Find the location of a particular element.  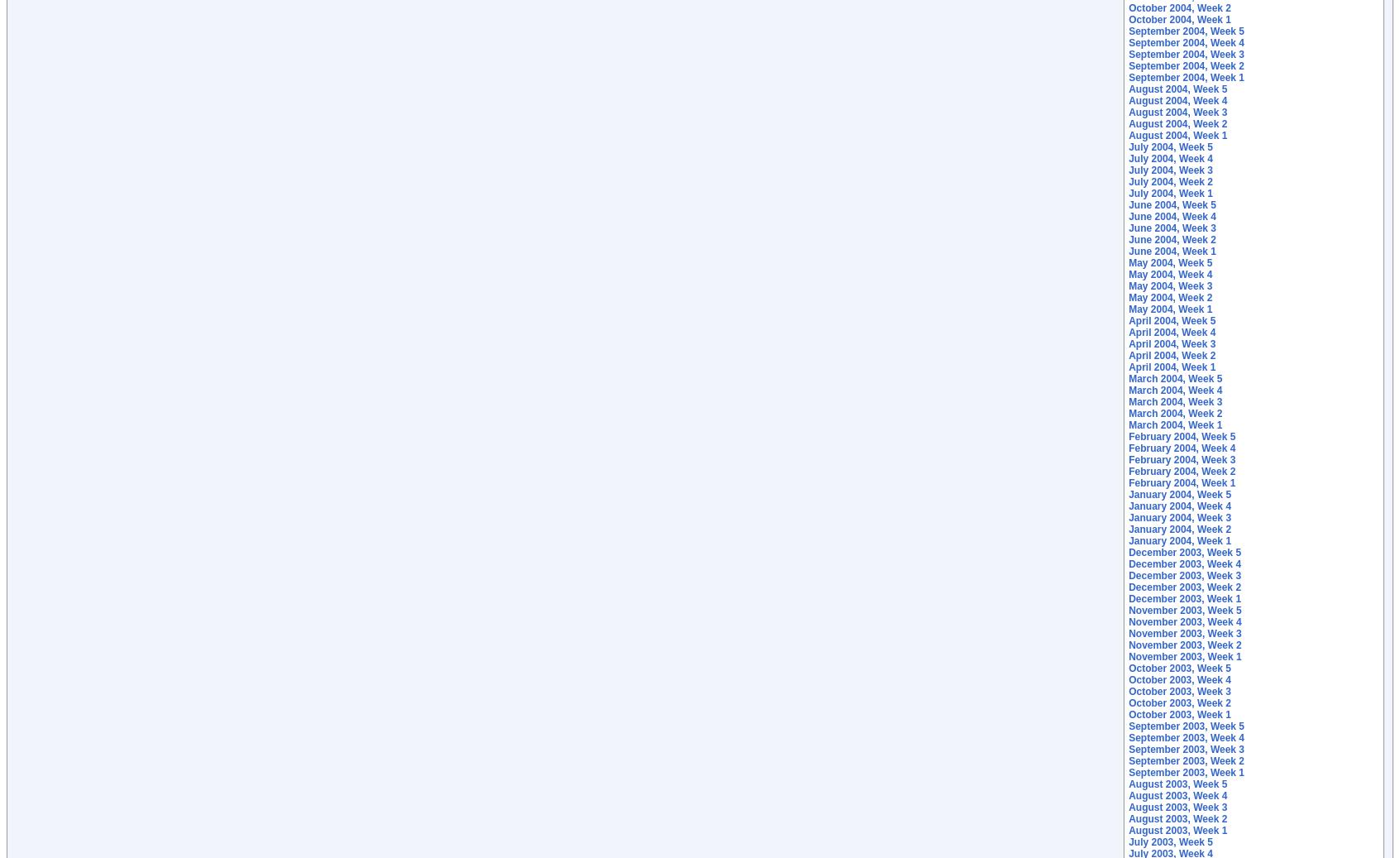

'January 2004, Week 2' is located at coordinates (1179, 530).